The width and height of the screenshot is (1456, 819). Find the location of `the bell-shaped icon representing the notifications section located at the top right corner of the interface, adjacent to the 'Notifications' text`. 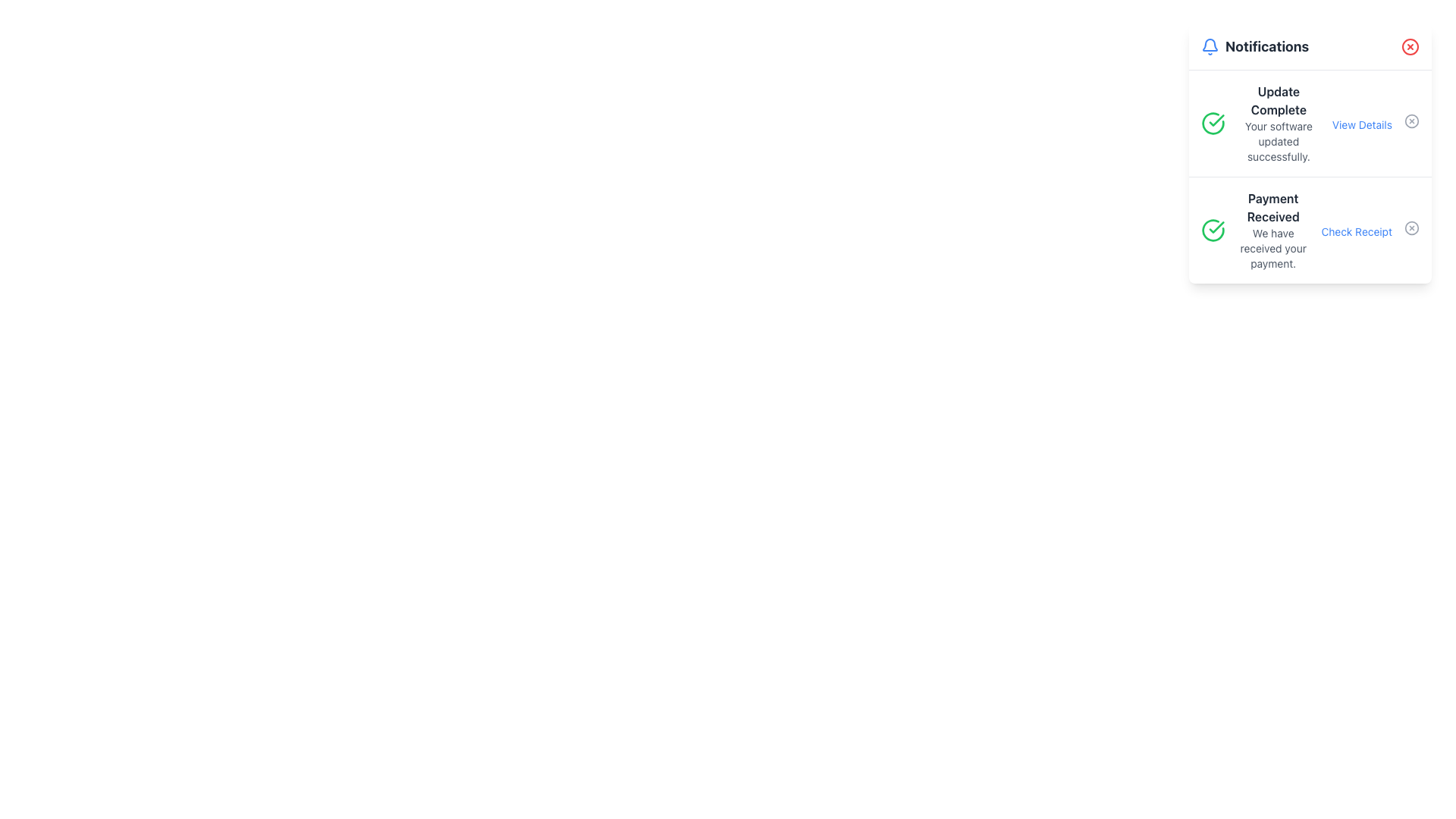

the bell-shaped icon representing the notifications section located at the top right corner of the interface, adjacent to the 'Notifications' text is located at coordinates (1210, 45).